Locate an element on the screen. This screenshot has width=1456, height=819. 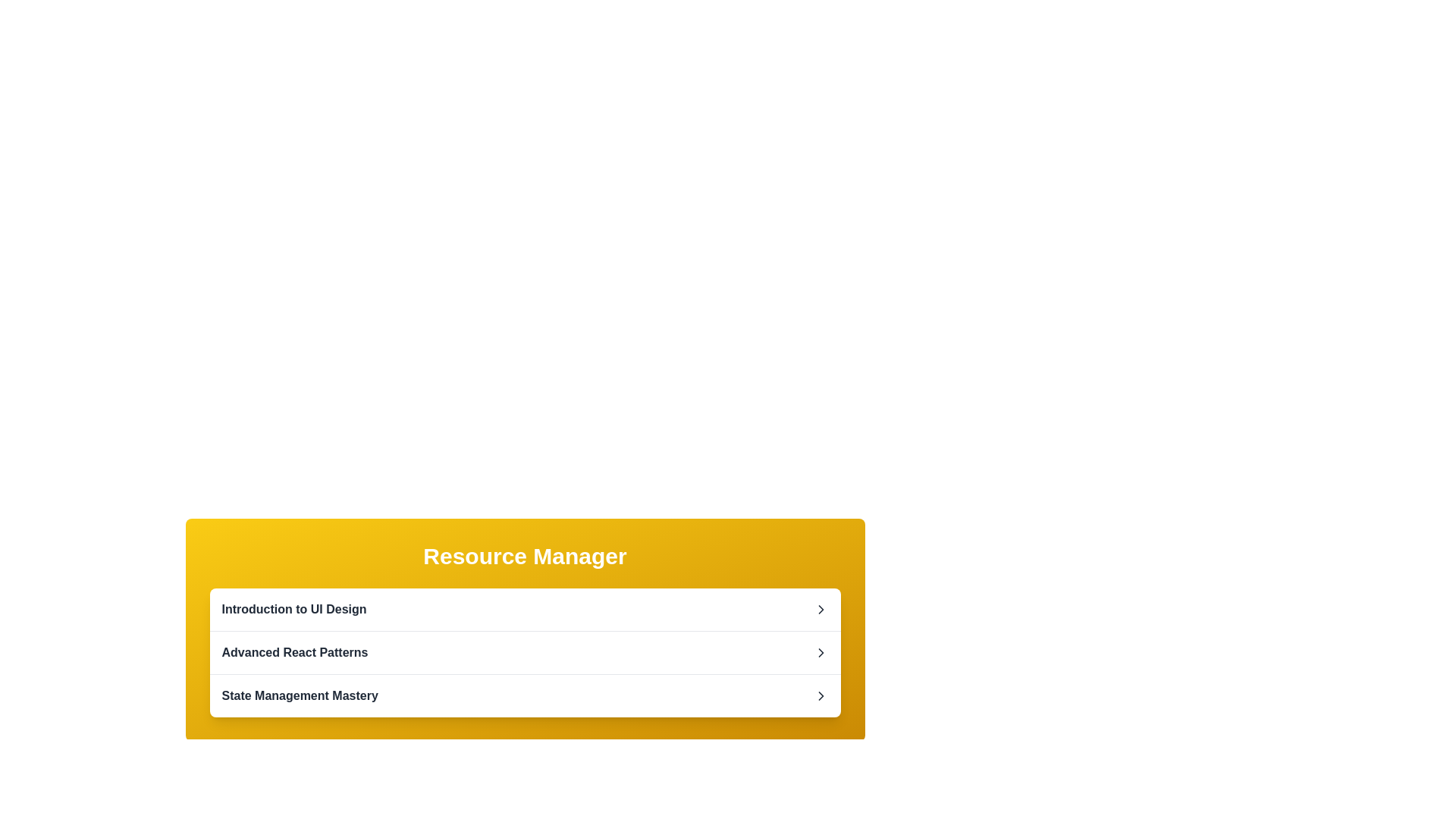
the second interactive list item labeled 'Advanced React Patterns' is located at coordinates (525, 651).